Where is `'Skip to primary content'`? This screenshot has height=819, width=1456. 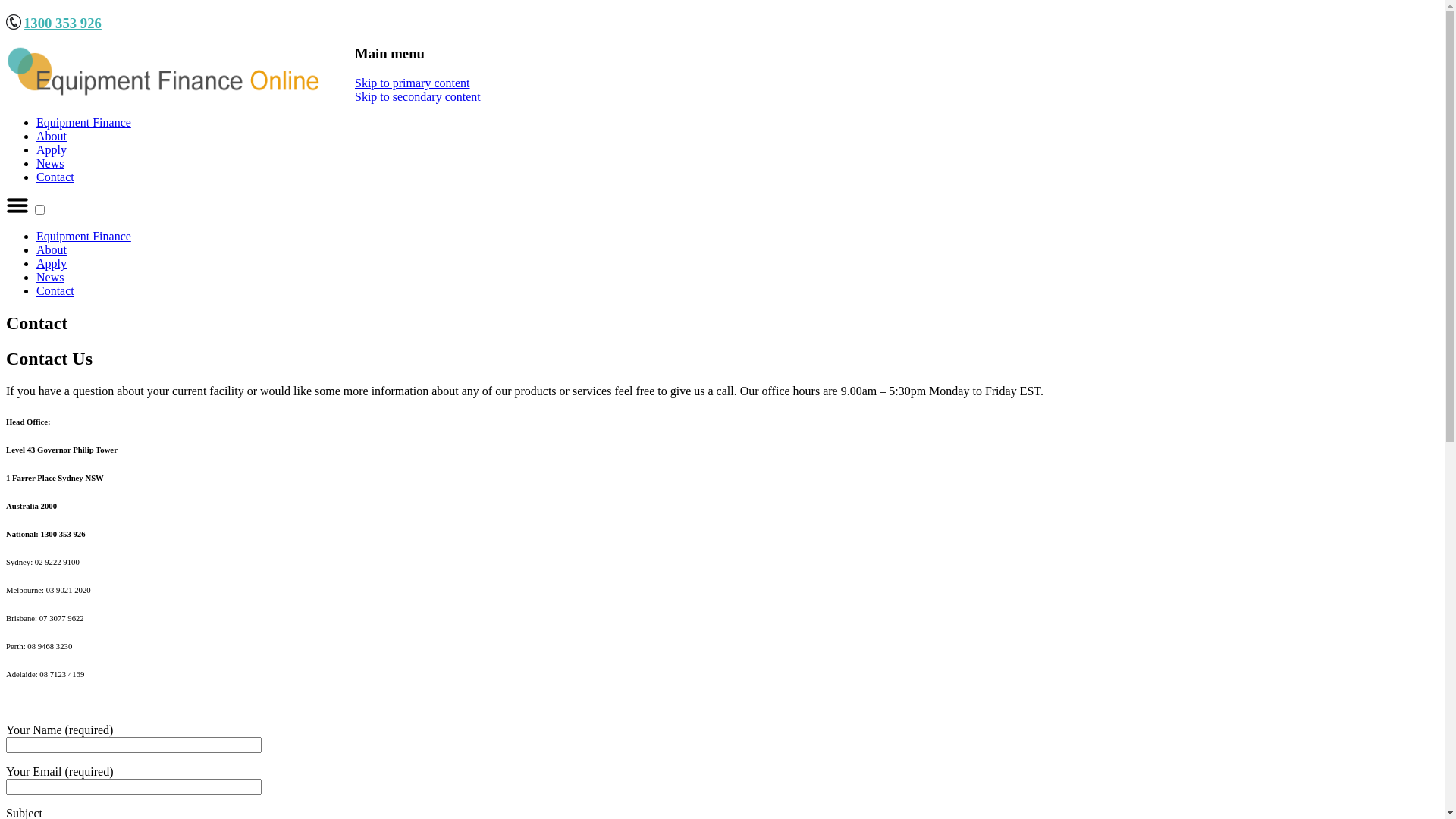 'Skip to primary content' is located at coordinates (412, 83).